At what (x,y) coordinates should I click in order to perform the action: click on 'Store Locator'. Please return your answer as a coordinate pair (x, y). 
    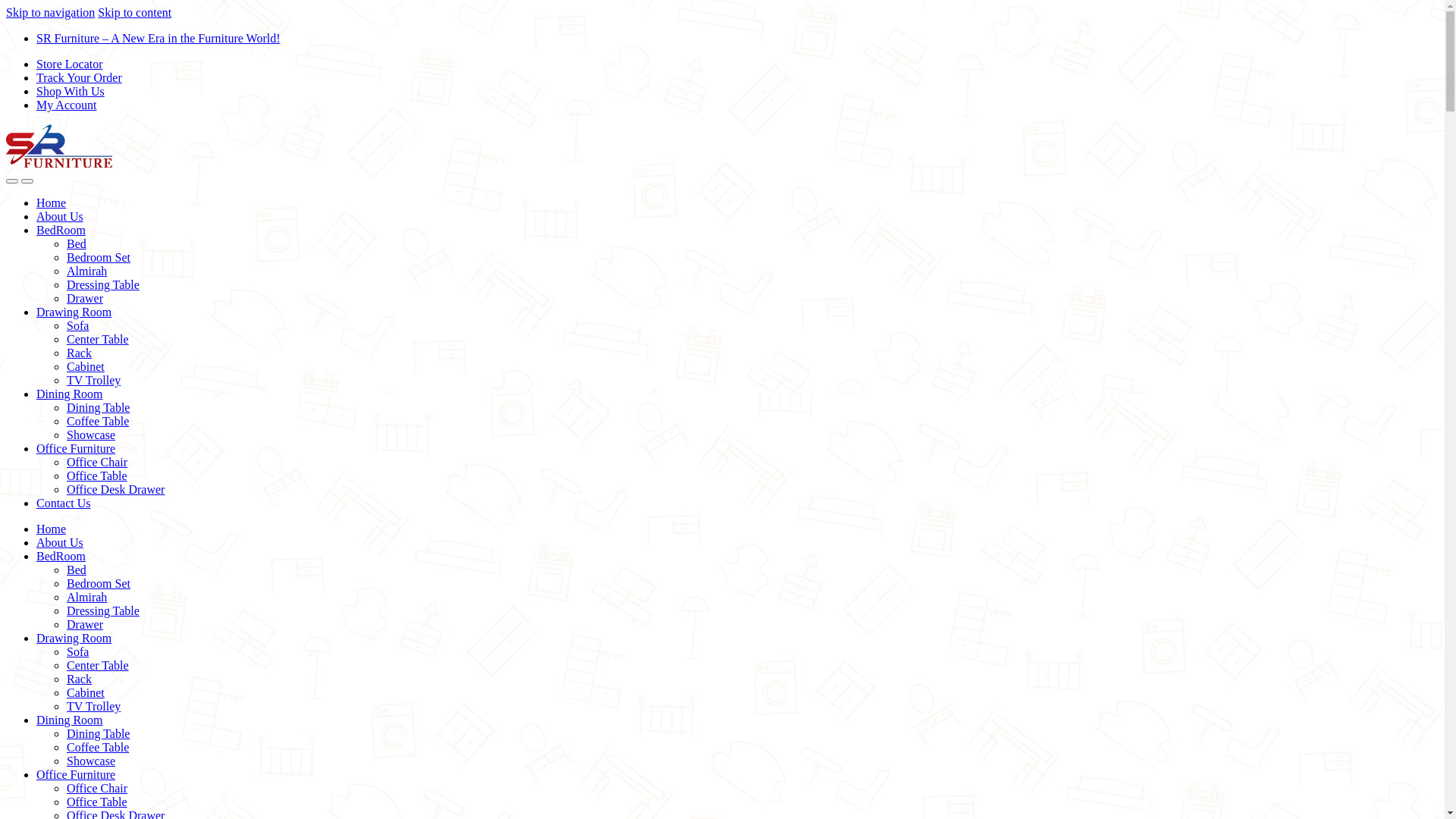
    Looking at the image, I should click on (68, 63).